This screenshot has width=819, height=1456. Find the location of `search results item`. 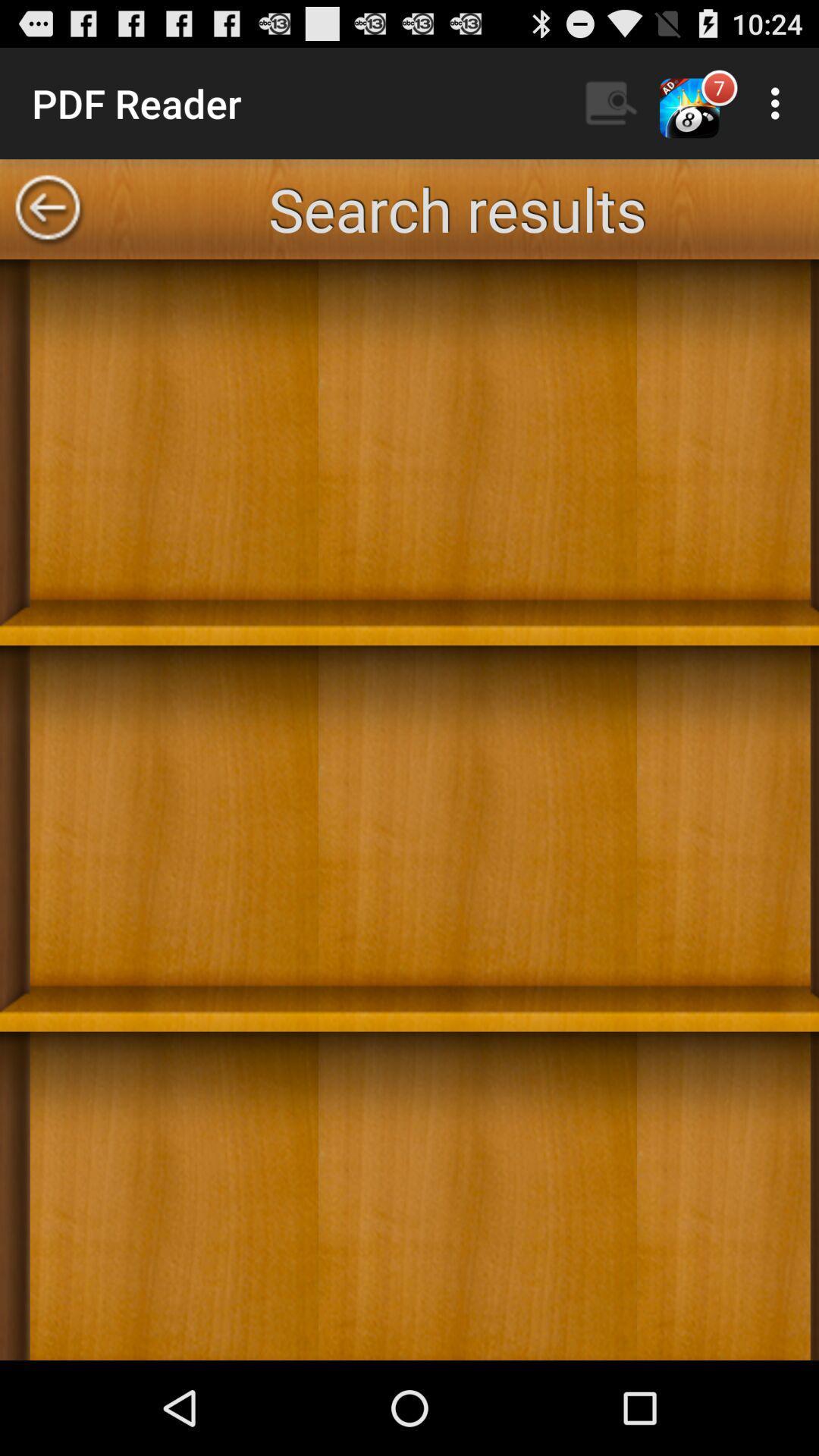

search results item is located at coordinates (456, 208).